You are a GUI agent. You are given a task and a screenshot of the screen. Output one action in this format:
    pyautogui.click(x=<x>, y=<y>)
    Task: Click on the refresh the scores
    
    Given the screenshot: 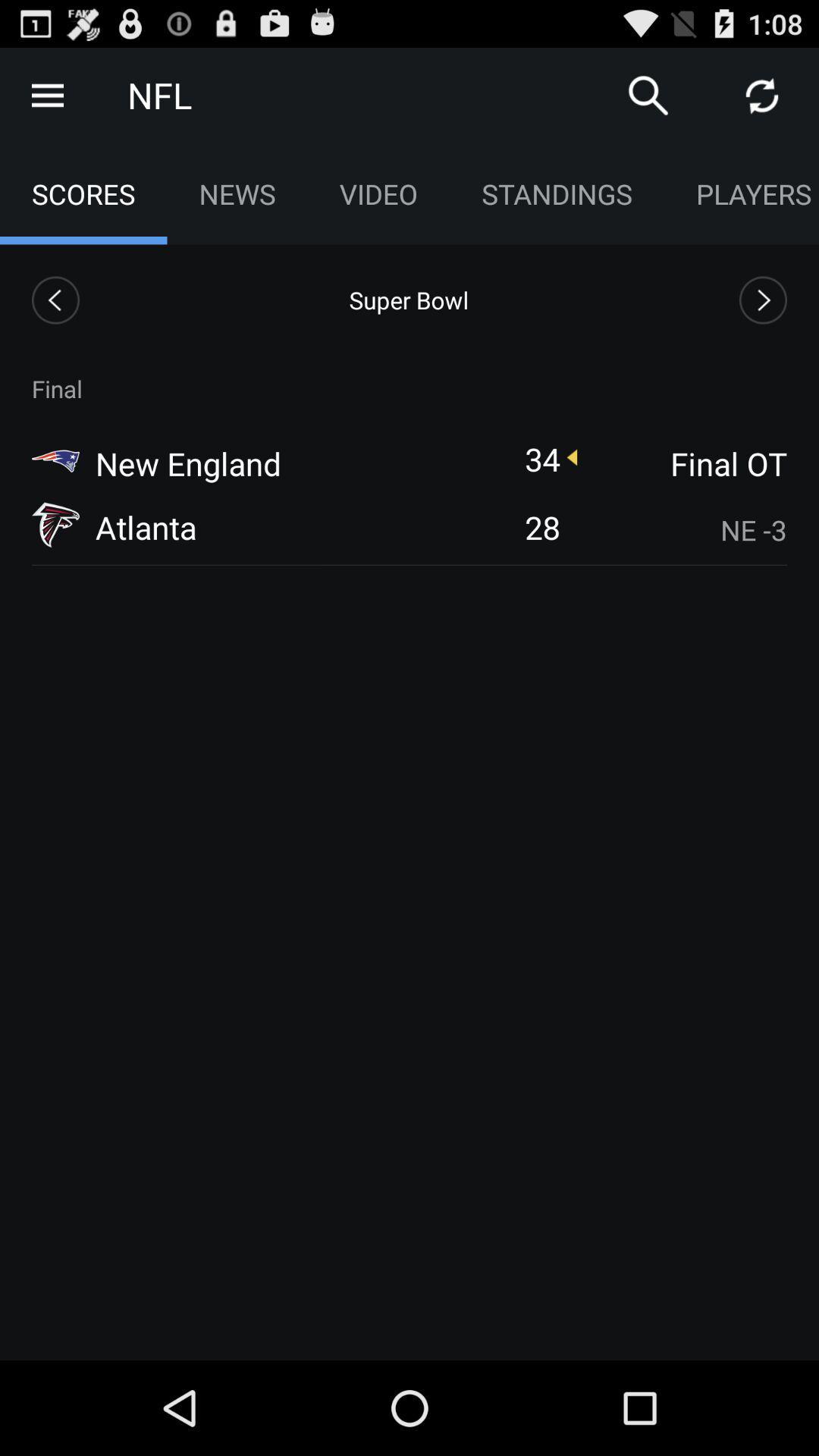 What is the action you would take?
    pyautogui.click(x=762, y=94)
    